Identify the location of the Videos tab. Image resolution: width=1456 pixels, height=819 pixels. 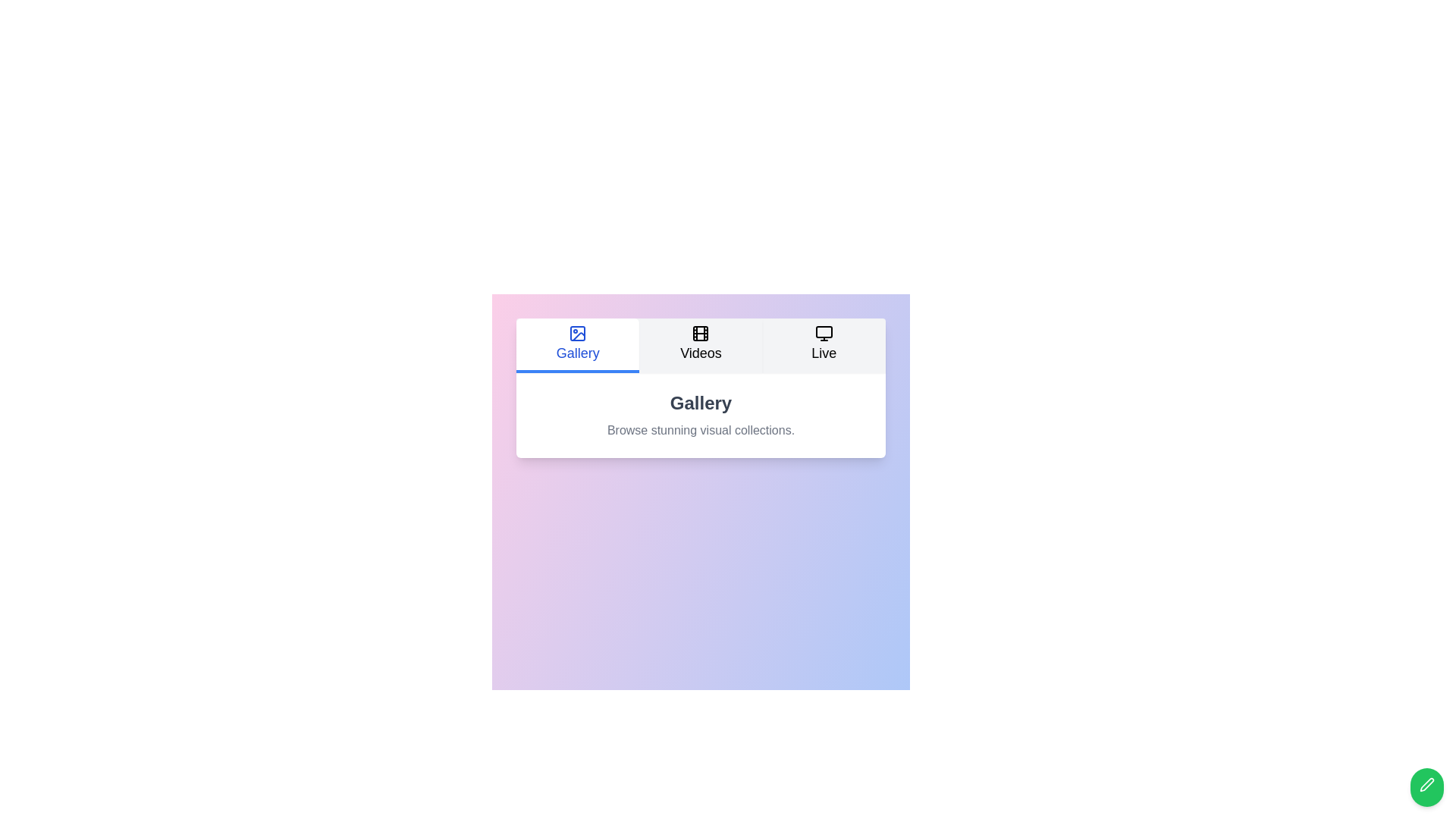
(700, 345).